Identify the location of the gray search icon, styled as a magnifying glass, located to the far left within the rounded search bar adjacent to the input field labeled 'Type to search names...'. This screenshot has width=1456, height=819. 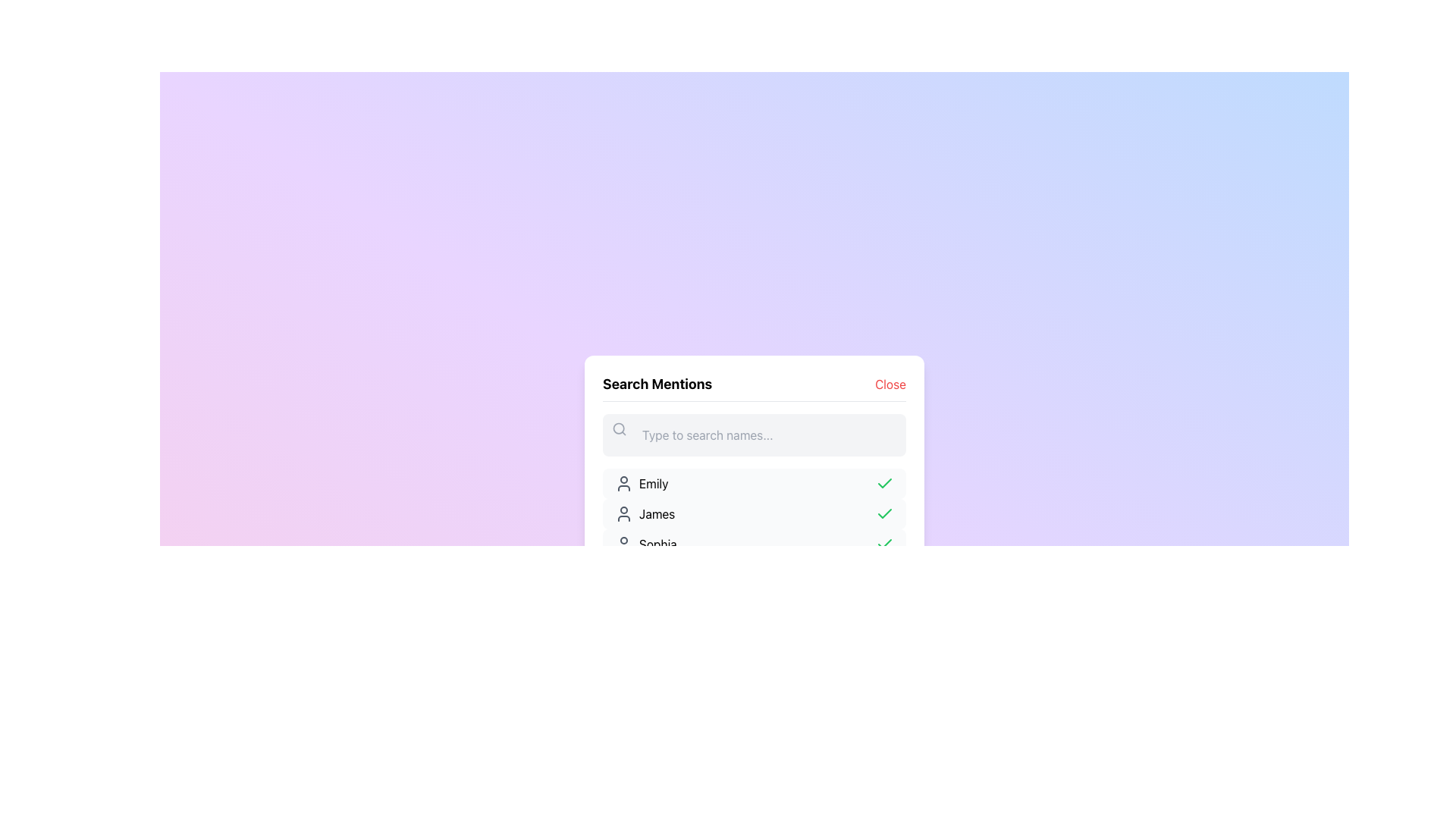
(619, 428).